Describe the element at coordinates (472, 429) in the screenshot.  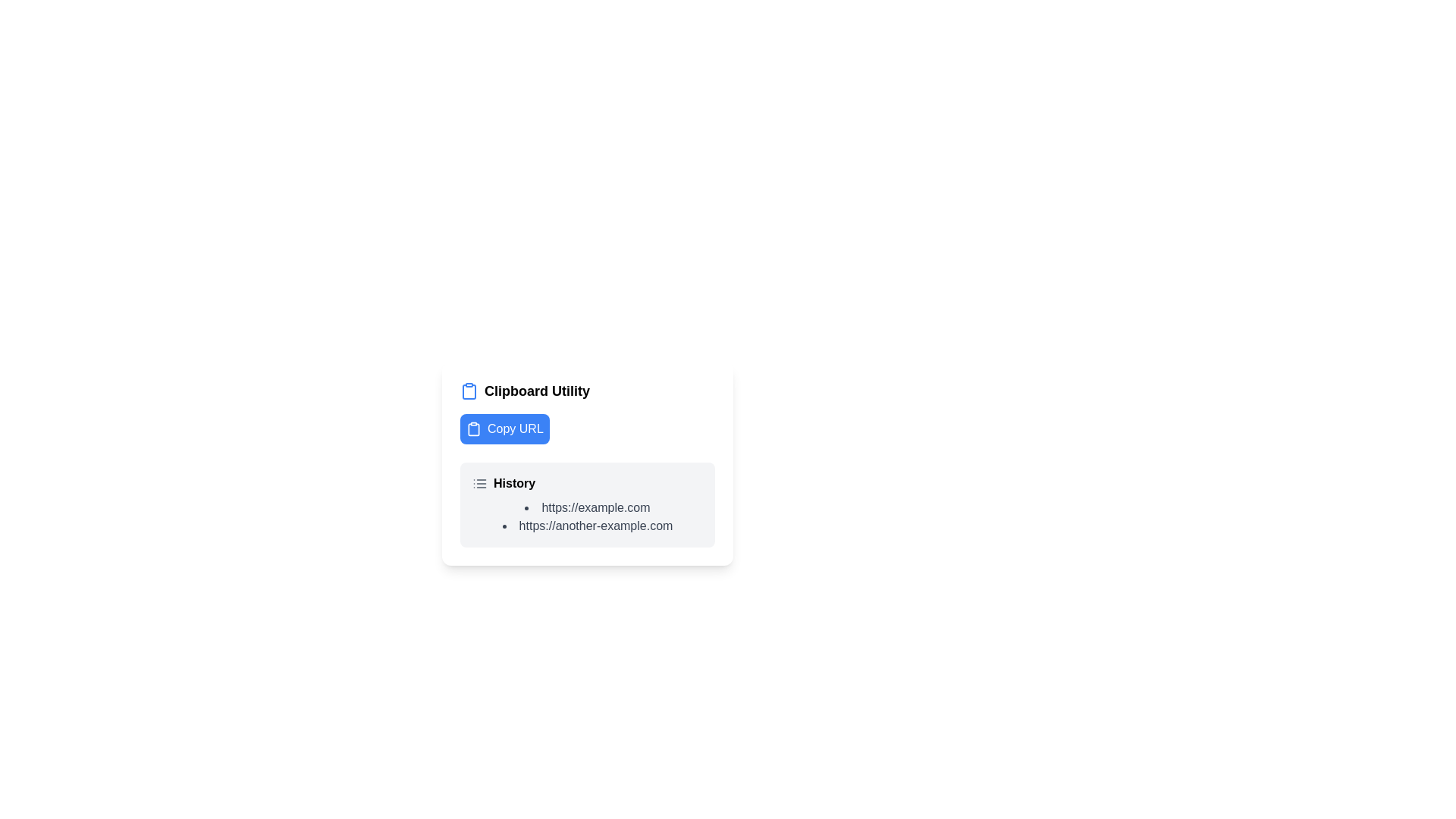
I see `the clipboard icon located at the leftmost part of the 'Copy URL' button` at that location.